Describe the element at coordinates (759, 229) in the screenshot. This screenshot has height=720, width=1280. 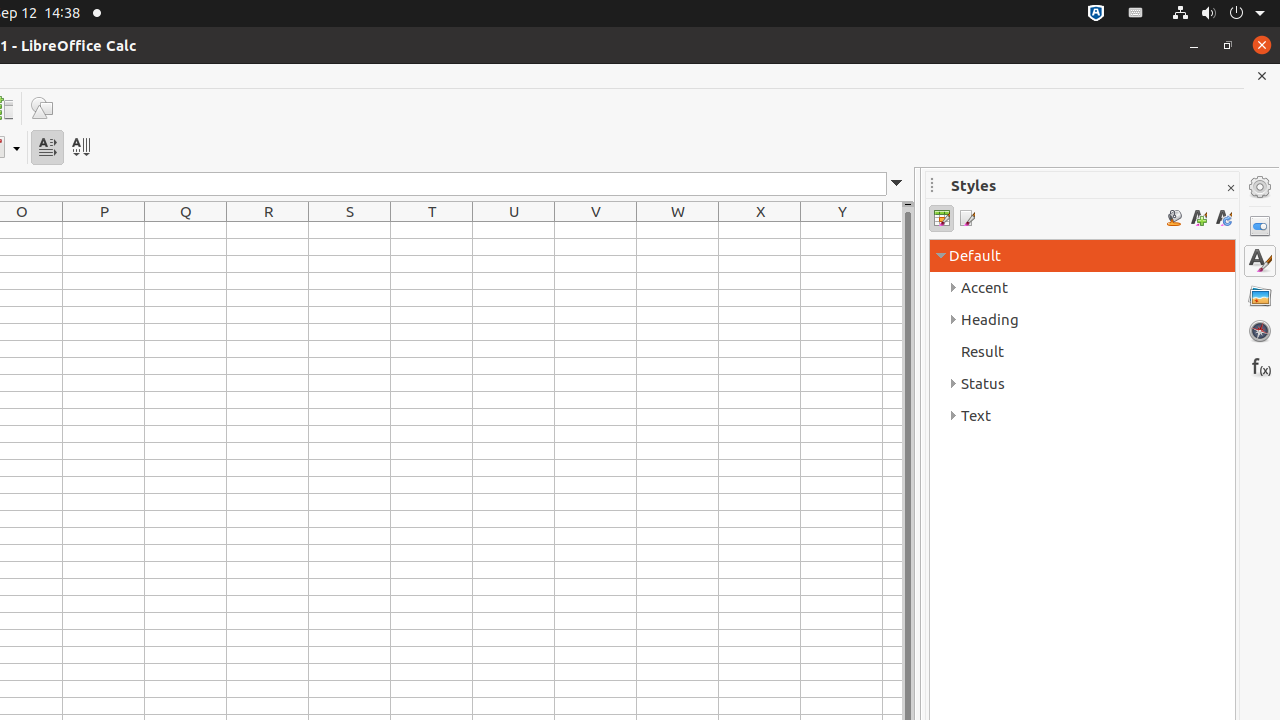
I see `'X1'` at that location.